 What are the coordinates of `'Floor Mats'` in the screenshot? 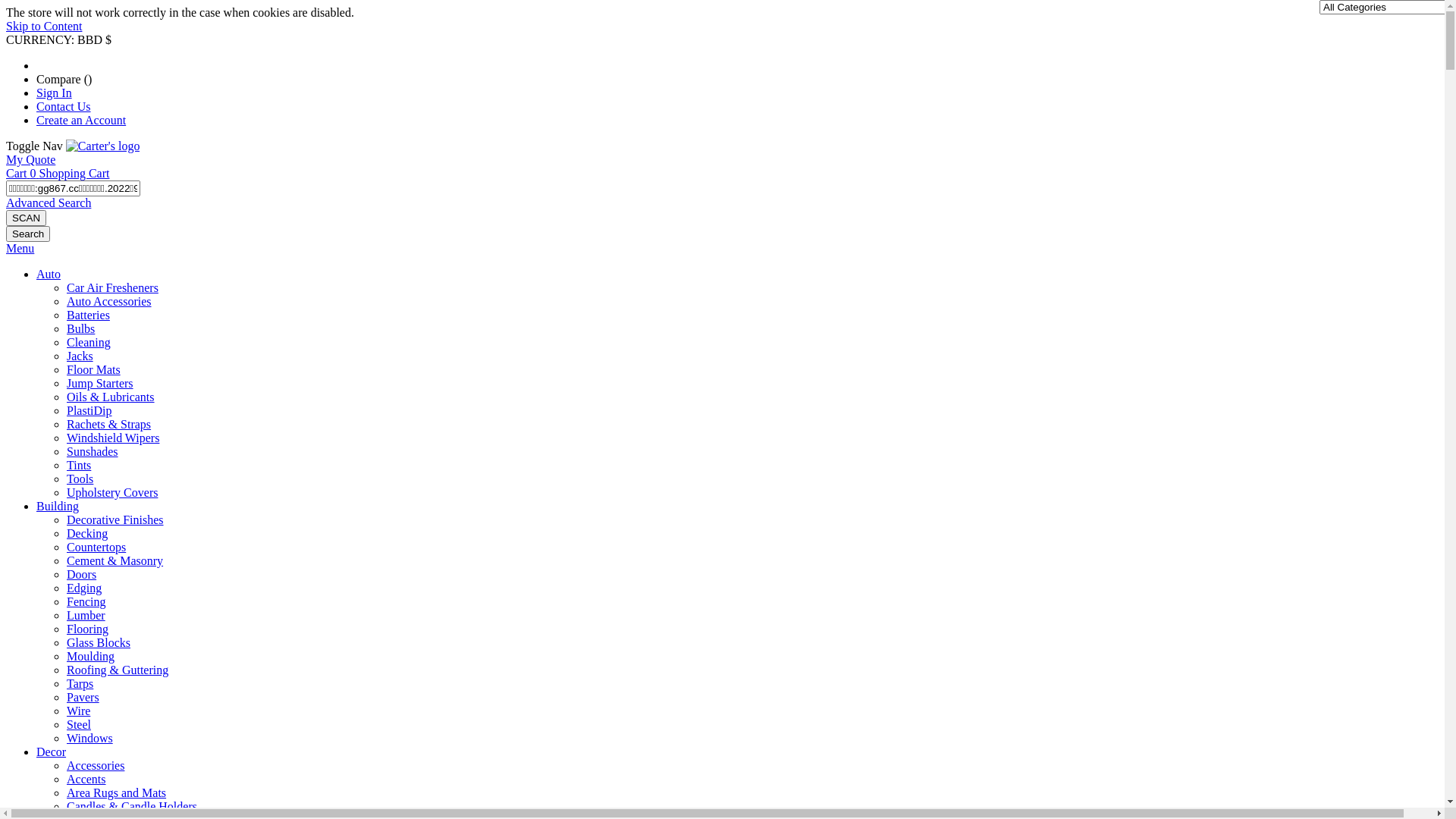 It's located at (93, 369).